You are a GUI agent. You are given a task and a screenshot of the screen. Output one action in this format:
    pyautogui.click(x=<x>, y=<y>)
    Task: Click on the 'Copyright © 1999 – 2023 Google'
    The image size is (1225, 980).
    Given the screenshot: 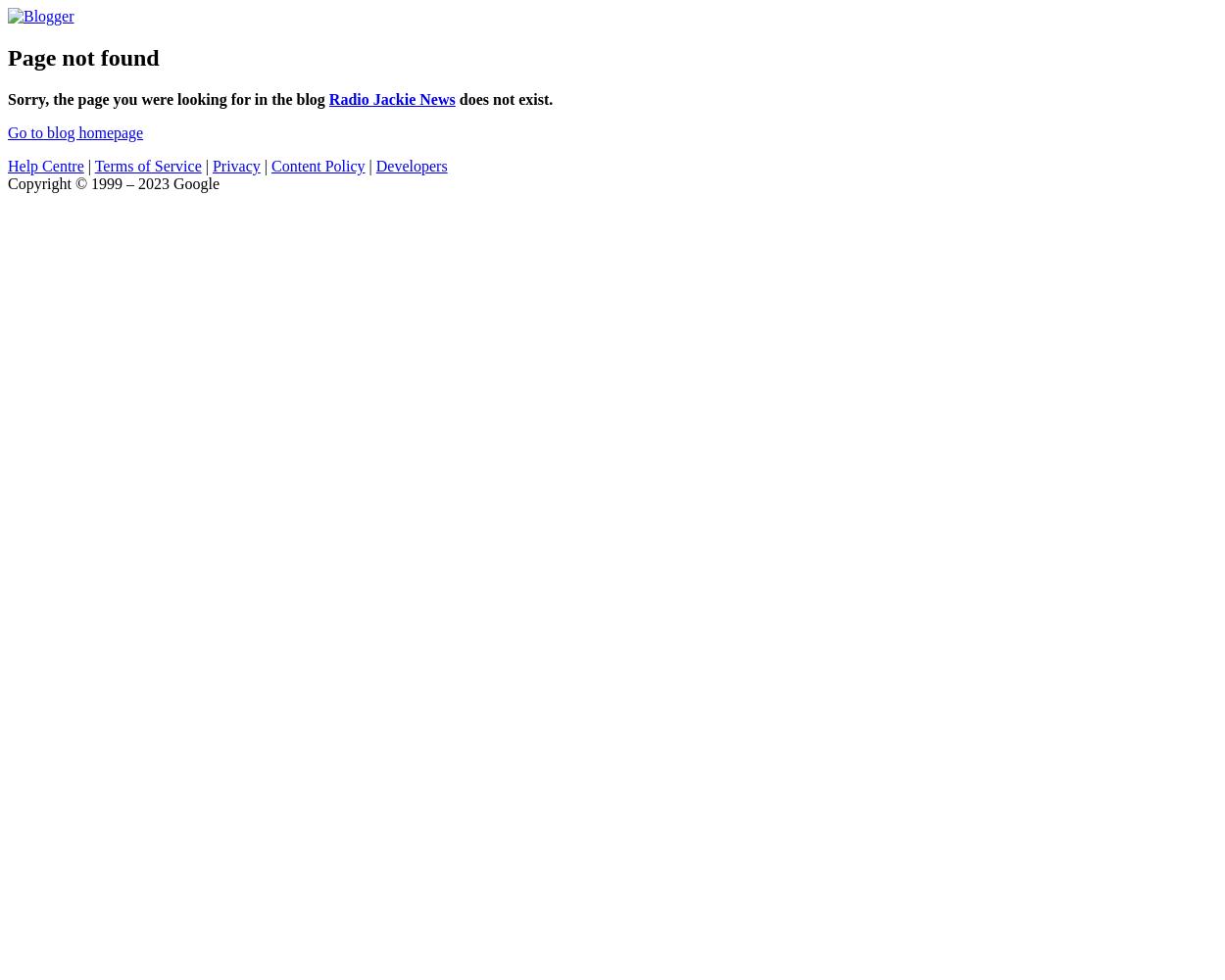 What is the action you would take?
    pyautogui.click(x=112, y=182)
    